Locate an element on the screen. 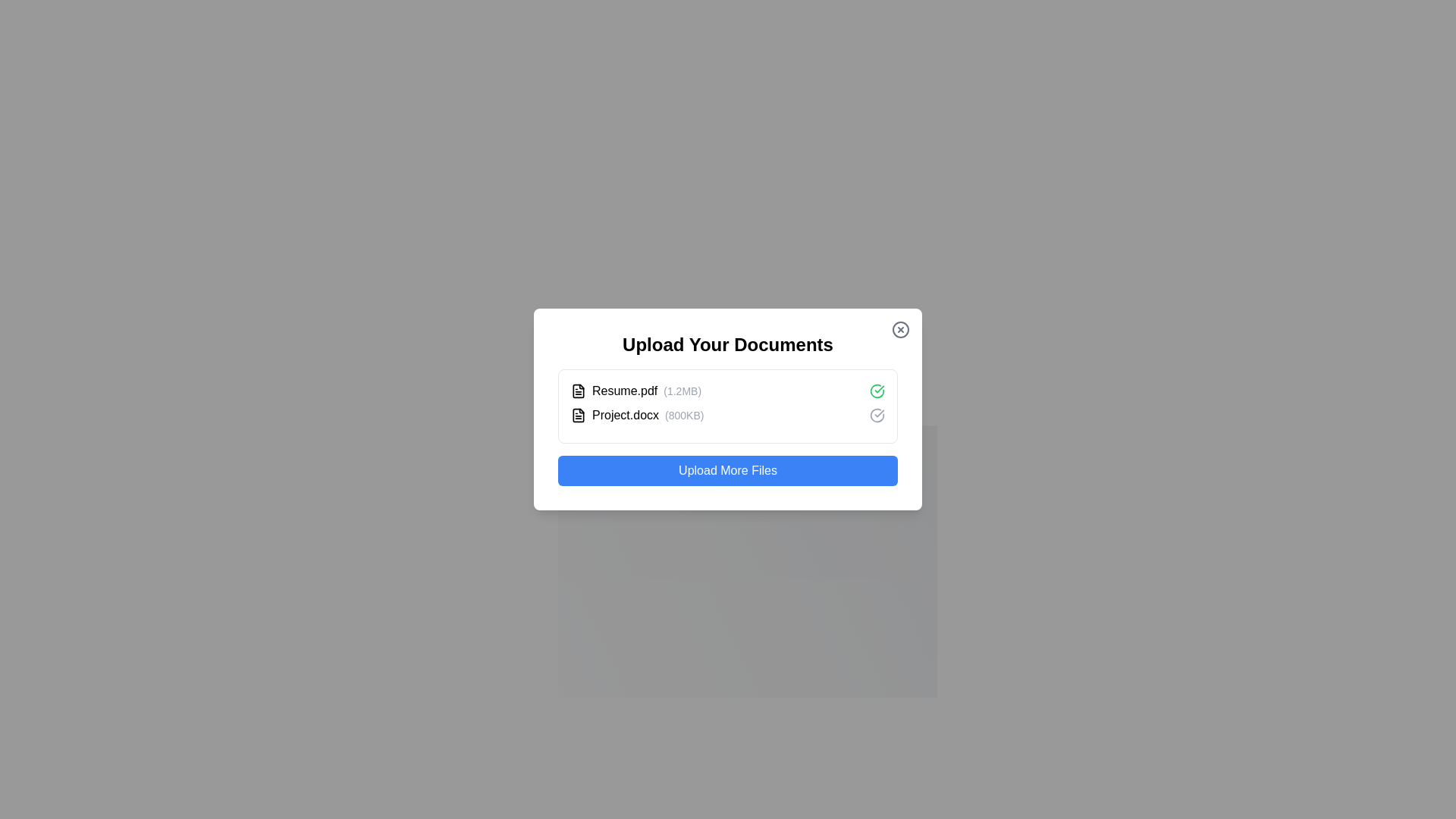 Image resolution: width=1456 pixels, height=819 pixels. the green circular checkmark icon located on the right side of the row displaying the file information for 'Resume.pdf (1.2MB)' is located at coordinates (877, 391).